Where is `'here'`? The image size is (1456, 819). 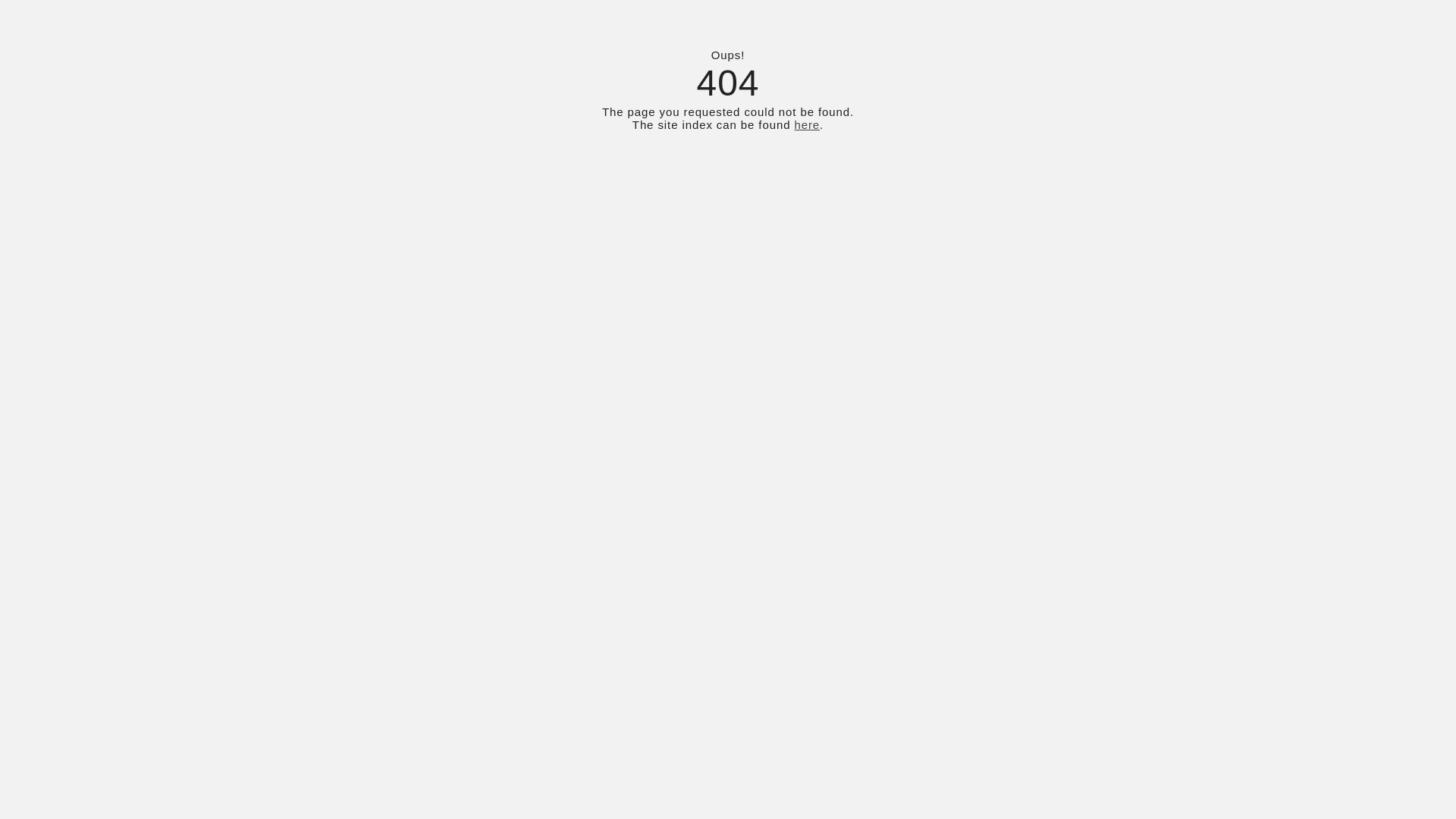
'here' is located at coordinates (806, 124).